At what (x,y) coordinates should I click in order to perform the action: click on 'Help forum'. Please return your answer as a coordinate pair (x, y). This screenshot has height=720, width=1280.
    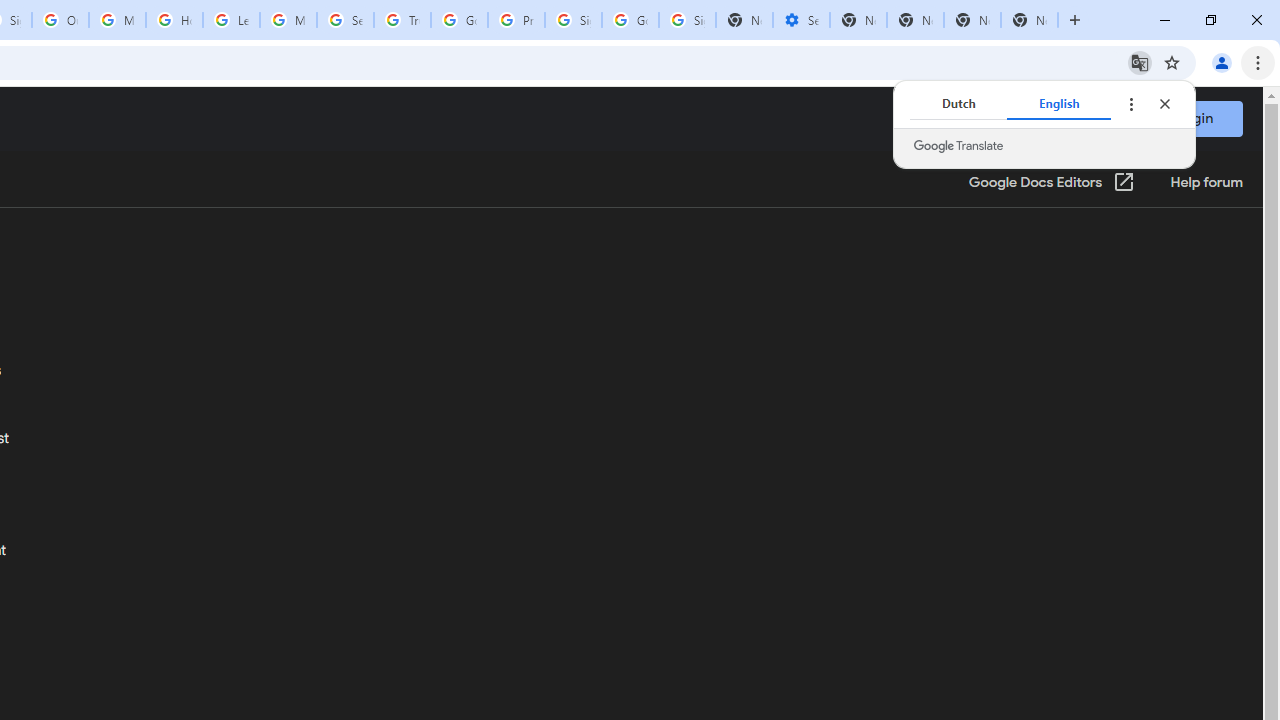
    Looking at the image, I should click on (1205, 183).